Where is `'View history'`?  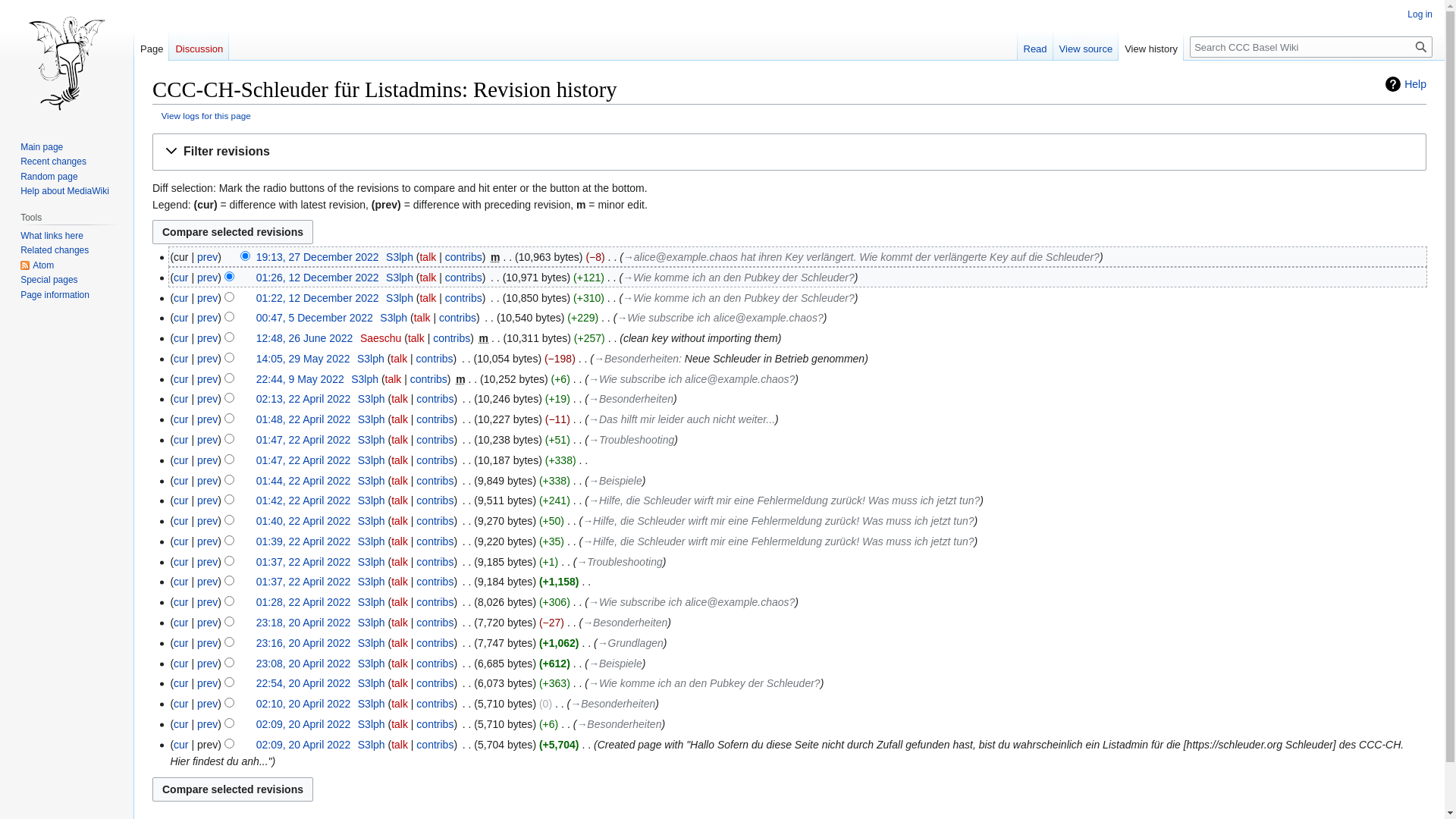 'View history' is located at coordinates (1150, 45).